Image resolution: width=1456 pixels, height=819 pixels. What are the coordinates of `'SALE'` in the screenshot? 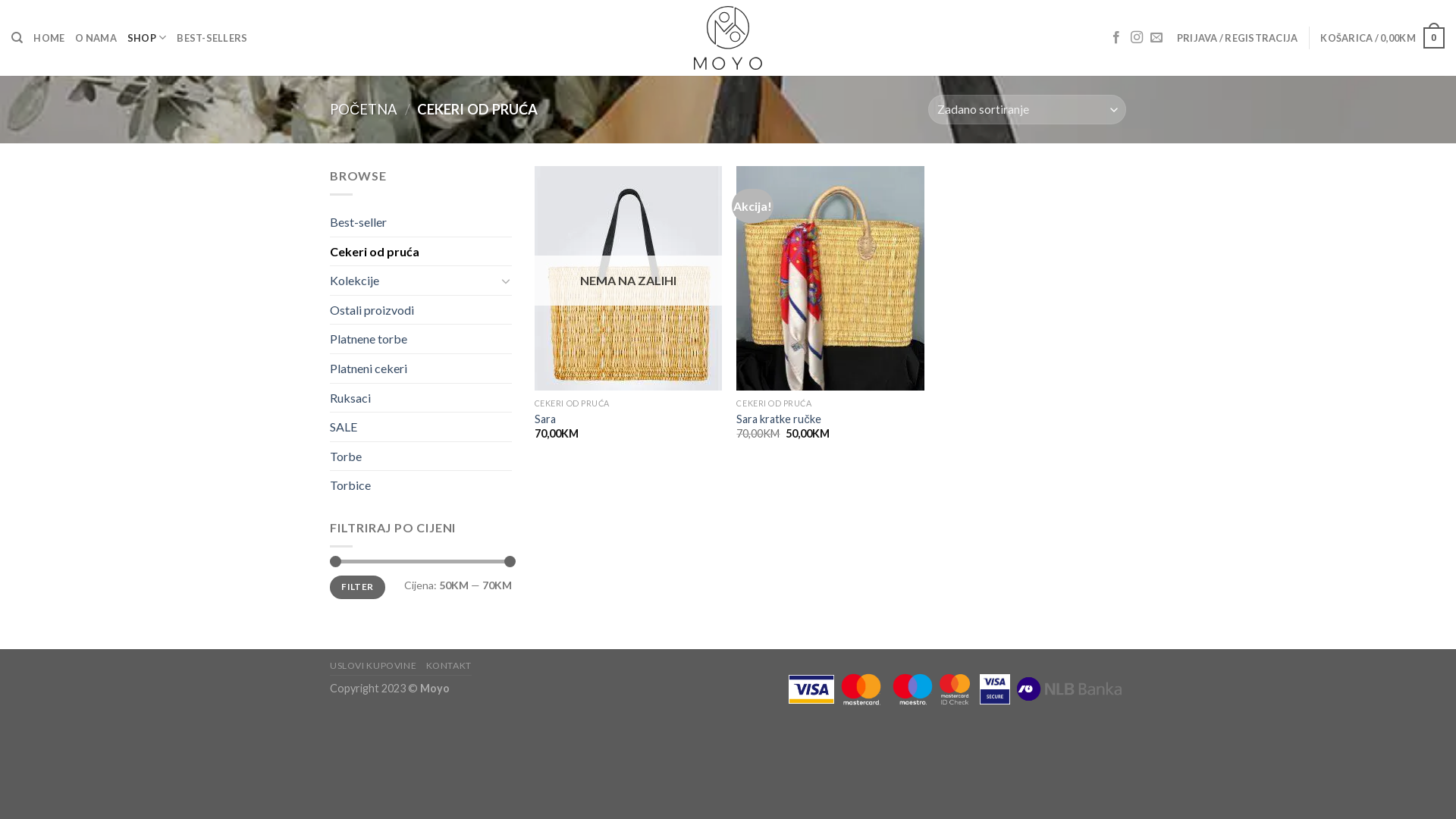 It's located at (421, 427).